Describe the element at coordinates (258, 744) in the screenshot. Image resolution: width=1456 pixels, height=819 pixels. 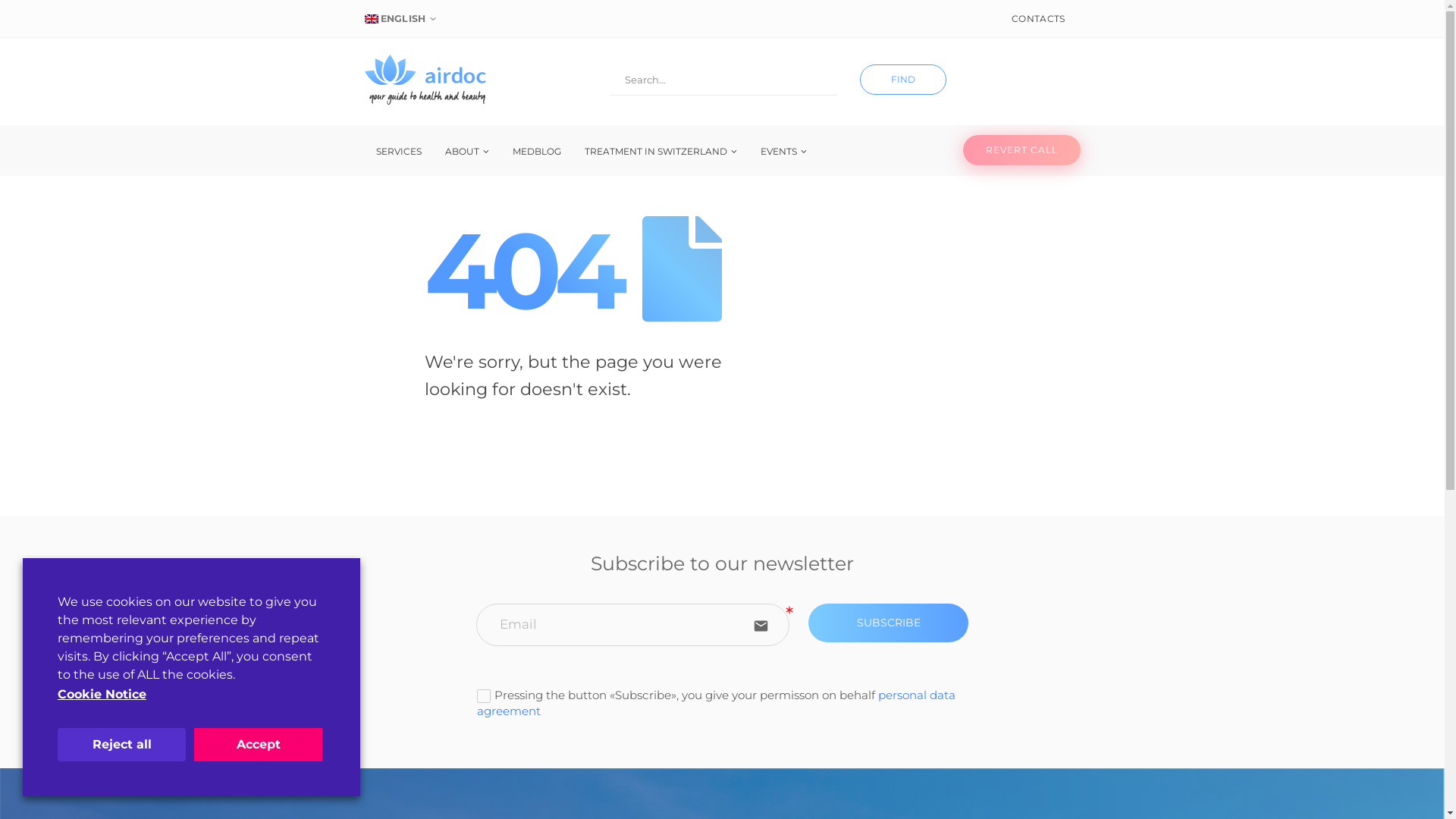
I see `'Accept'` at that location.